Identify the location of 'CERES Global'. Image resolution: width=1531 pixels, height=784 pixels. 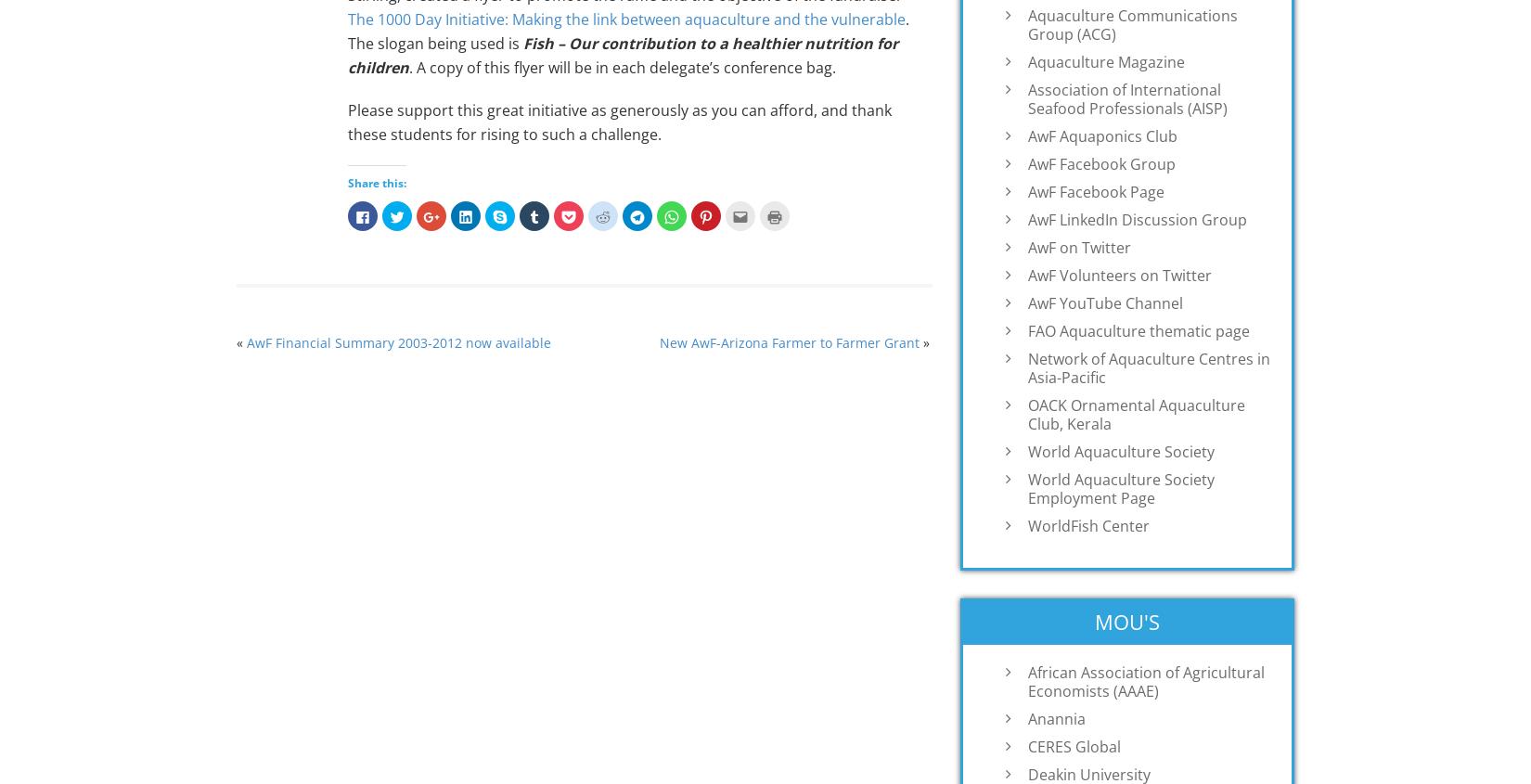
(1074, 746).